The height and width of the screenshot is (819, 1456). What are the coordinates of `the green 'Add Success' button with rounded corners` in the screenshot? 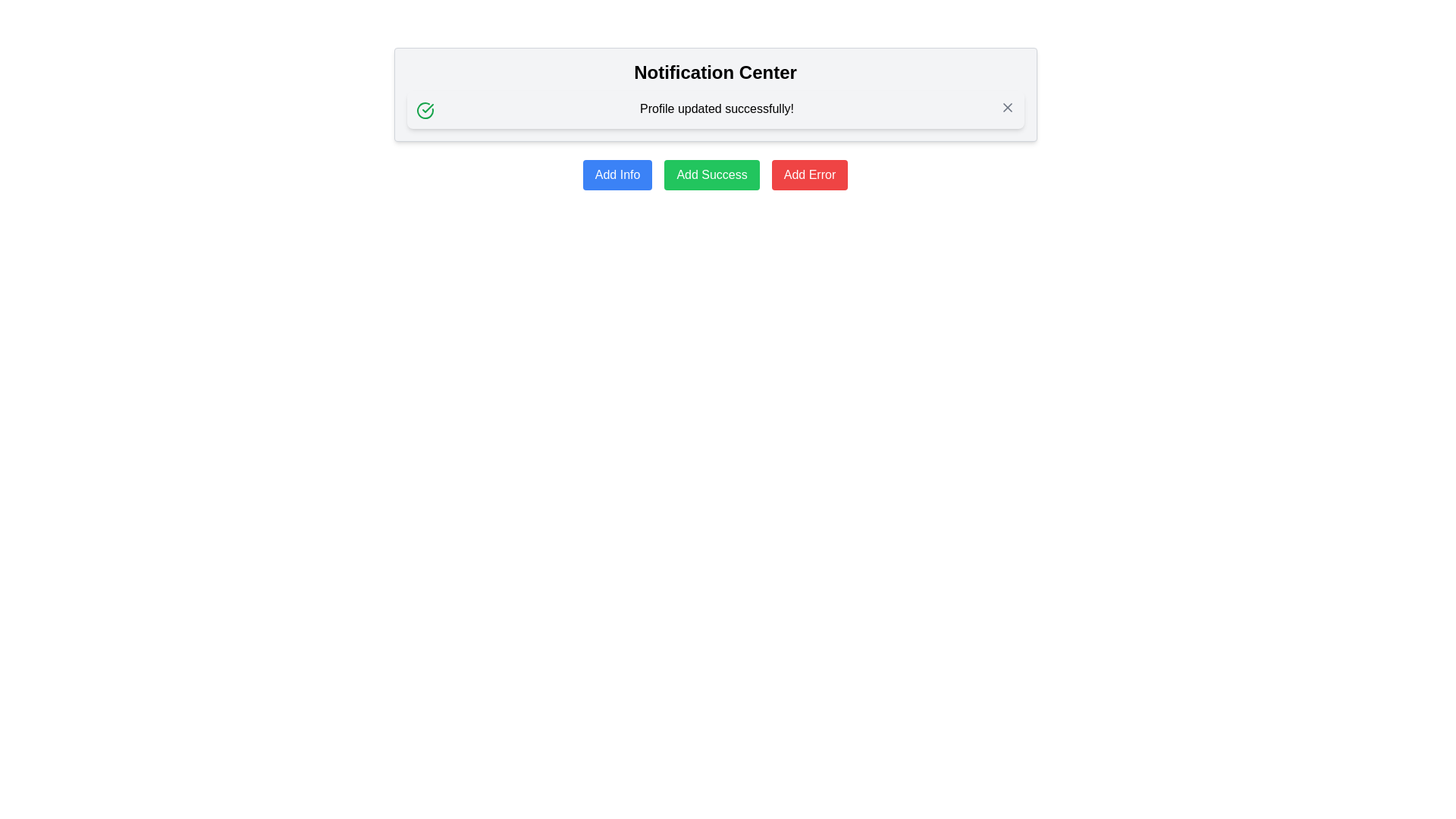 It's located at (711, 174).